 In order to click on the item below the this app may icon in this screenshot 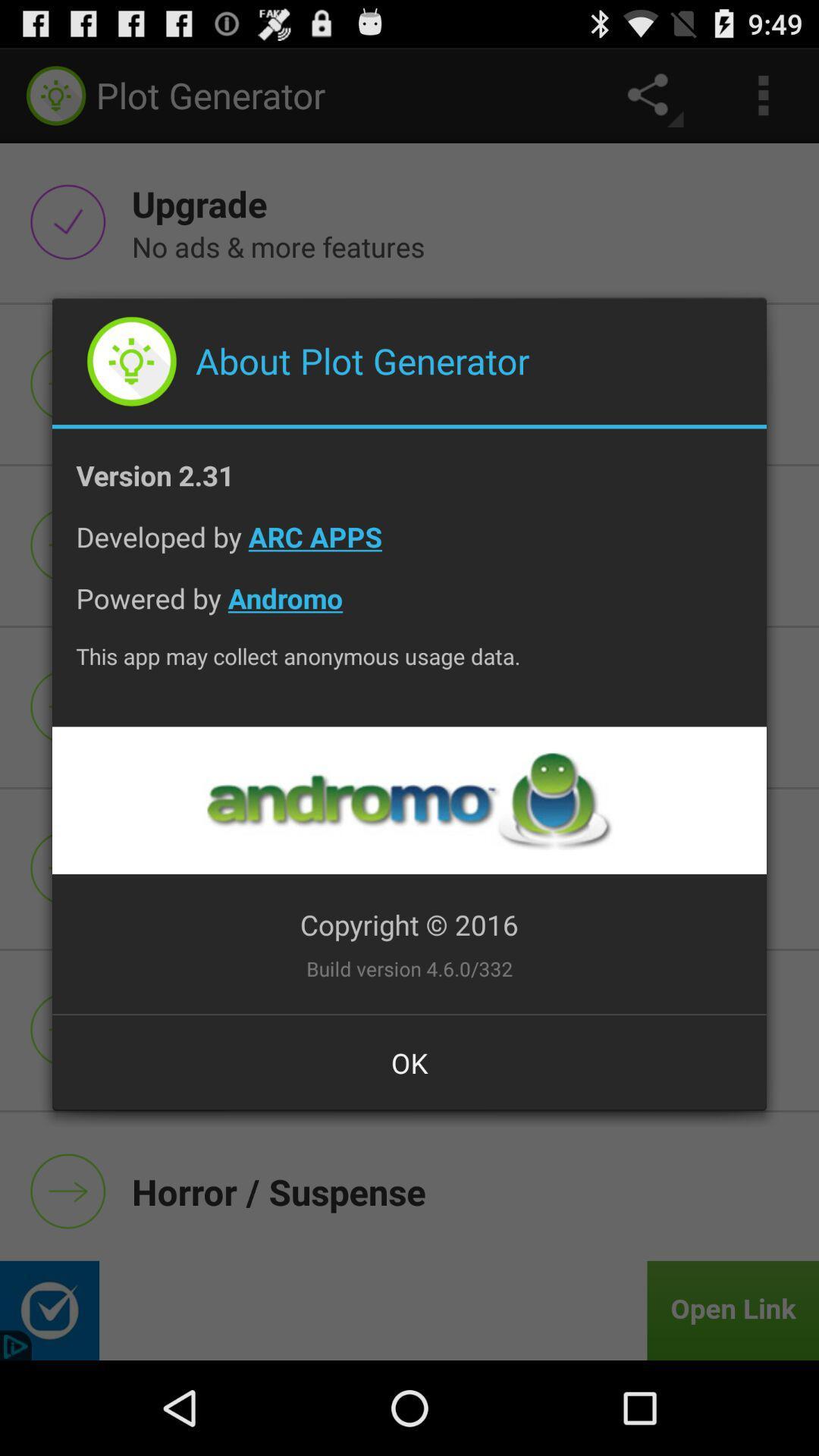, I will do `click(408, 799)`.